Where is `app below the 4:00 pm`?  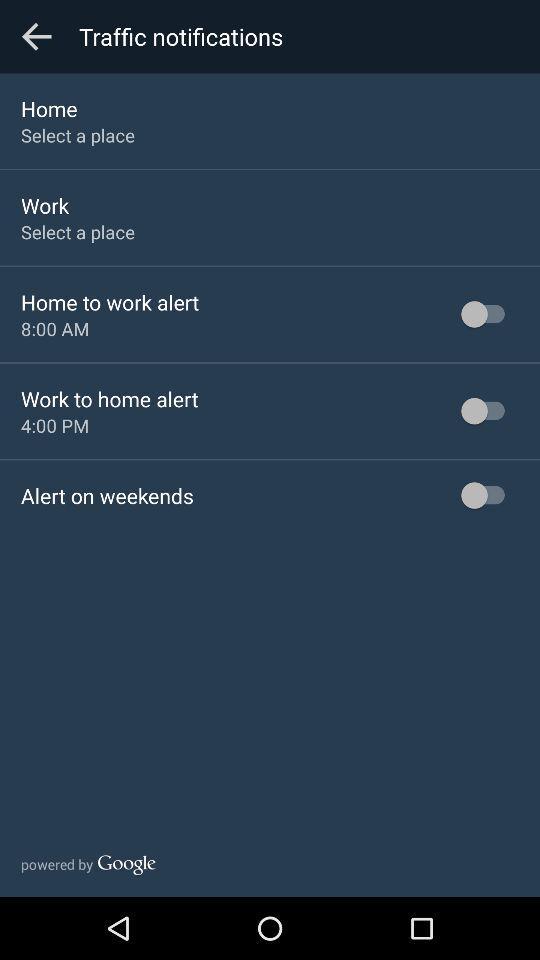
app below the 4:00 pm is located at coordinates (107, 494).